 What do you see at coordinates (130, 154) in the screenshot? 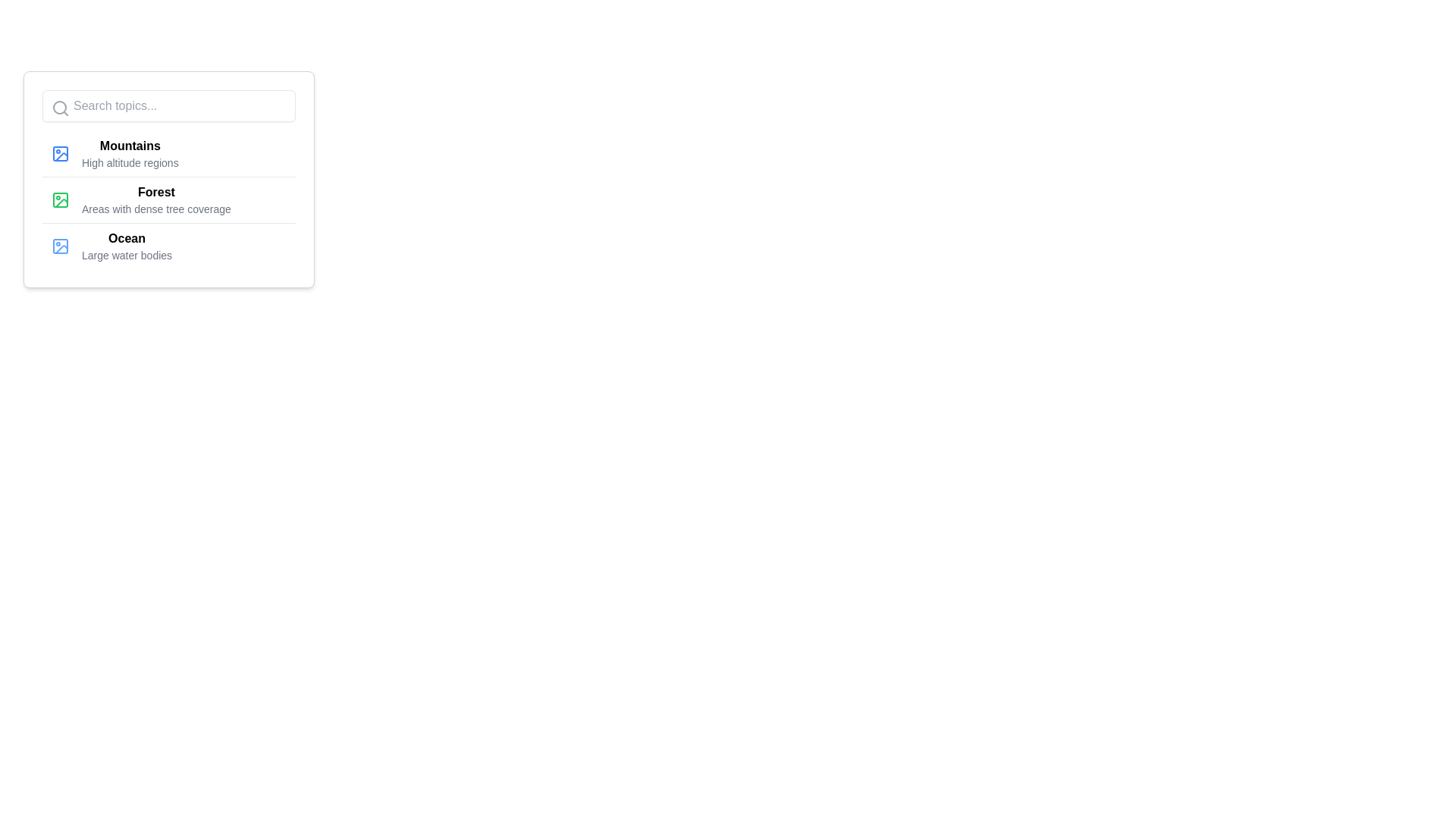
I see `the label that displays 'Mountains' with a bold first line and a smaller second line describing 'High altitude regions', positioned to the right of a mountain landscape icon` at bounding box center [130, 154].